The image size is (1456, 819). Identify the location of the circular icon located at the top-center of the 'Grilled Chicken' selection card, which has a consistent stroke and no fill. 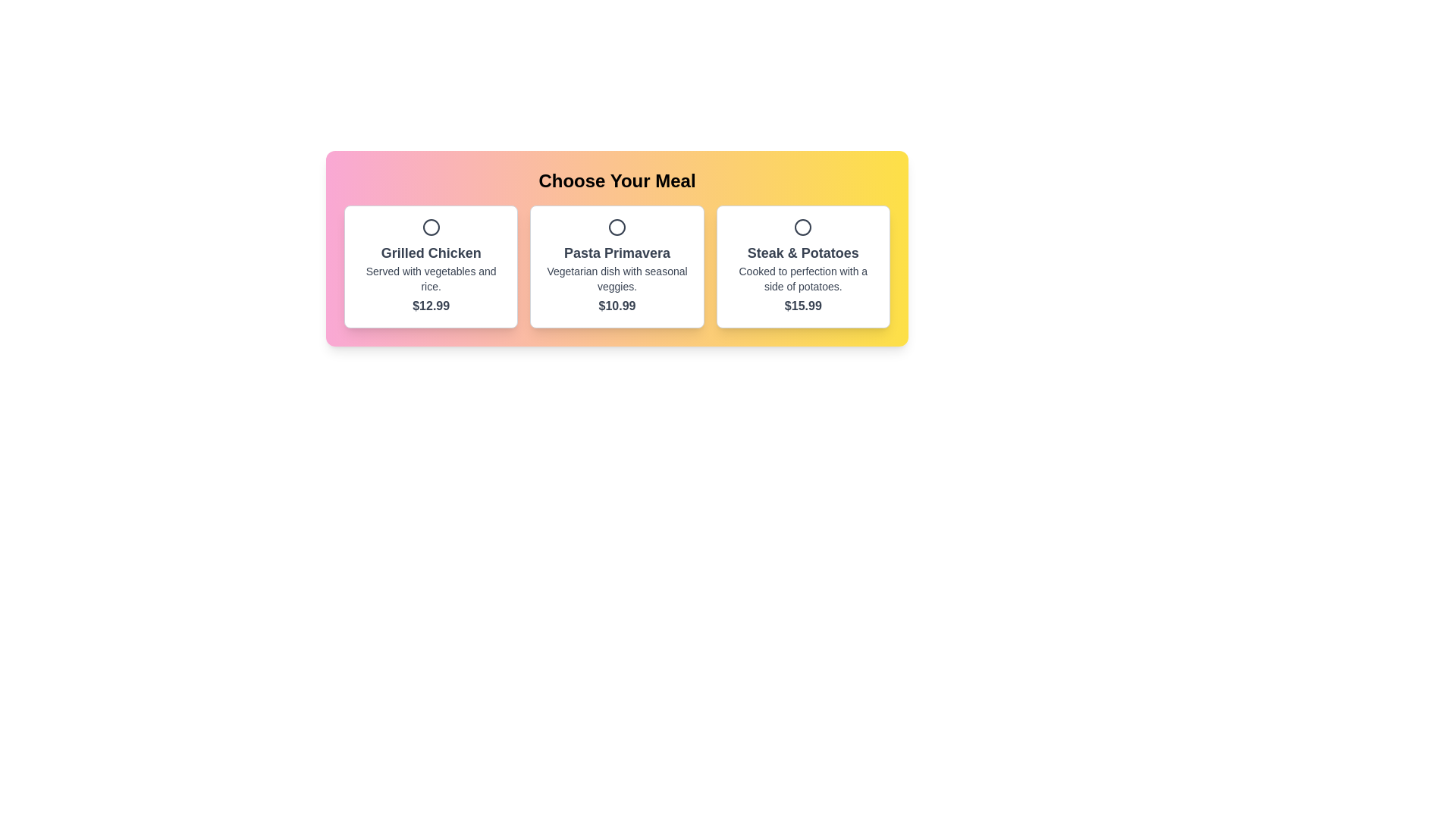
(430, 227).